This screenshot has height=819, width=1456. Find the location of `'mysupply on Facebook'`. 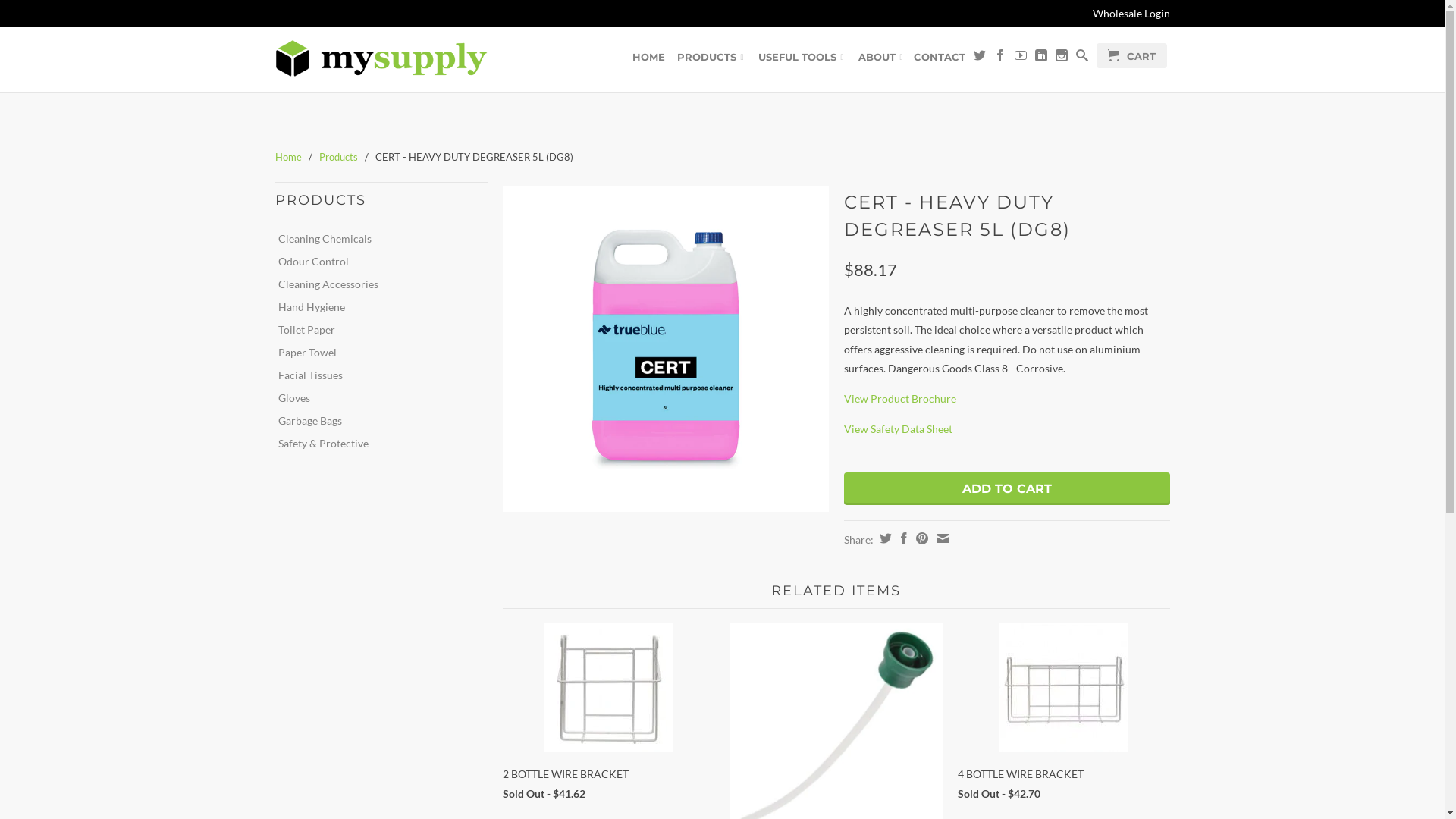

'mysupply on Facebook' is located at coordinates (999, 58).